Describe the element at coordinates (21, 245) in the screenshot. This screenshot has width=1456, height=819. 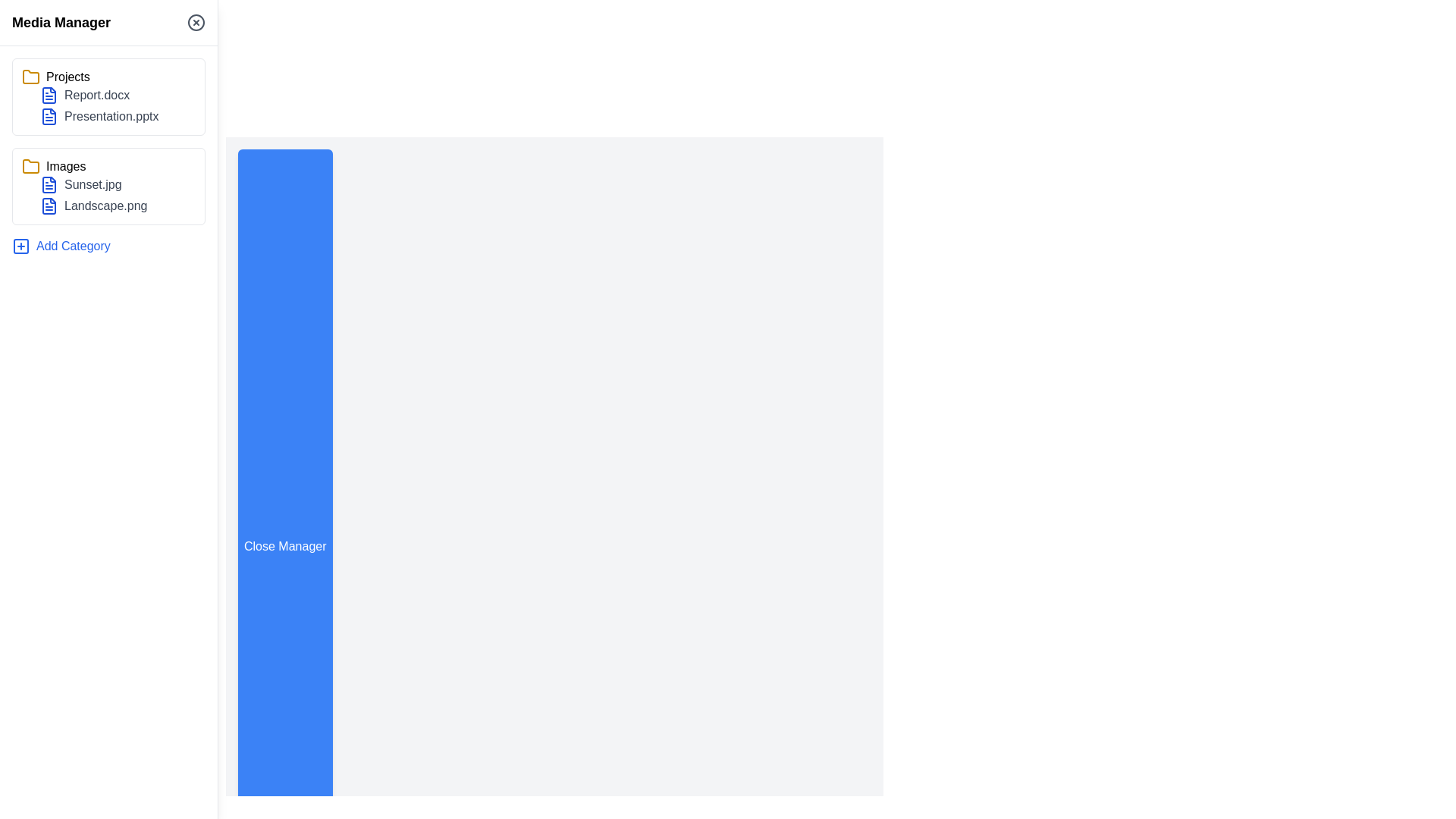
I see `the icon button located in the left panel next to the 'Add Category' text` at that location.